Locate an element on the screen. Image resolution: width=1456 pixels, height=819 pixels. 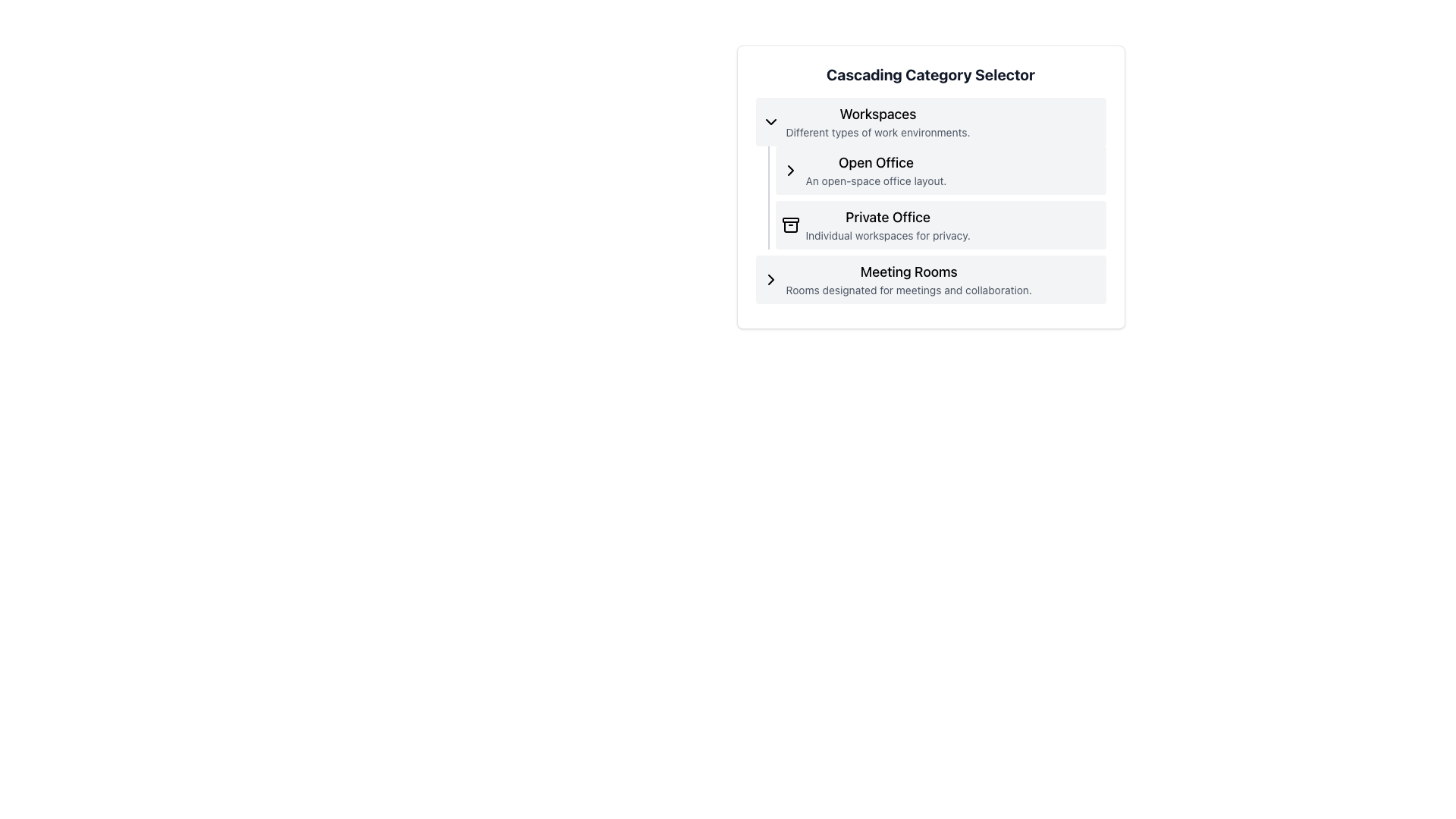
the middle component of the three-part icon associated with the 'Private Office' label in the sidebar menu is located at coordinates (789, 227).